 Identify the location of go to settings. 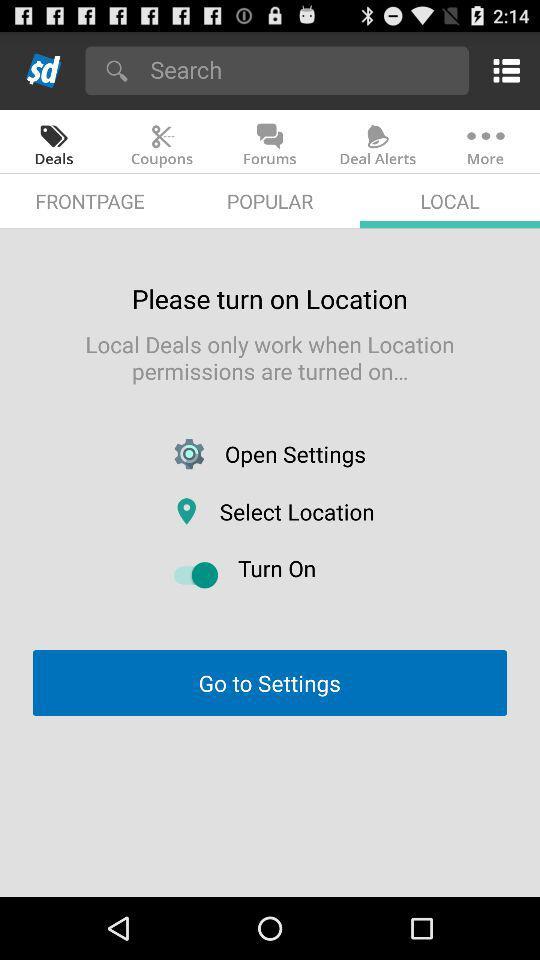
(269, 683).